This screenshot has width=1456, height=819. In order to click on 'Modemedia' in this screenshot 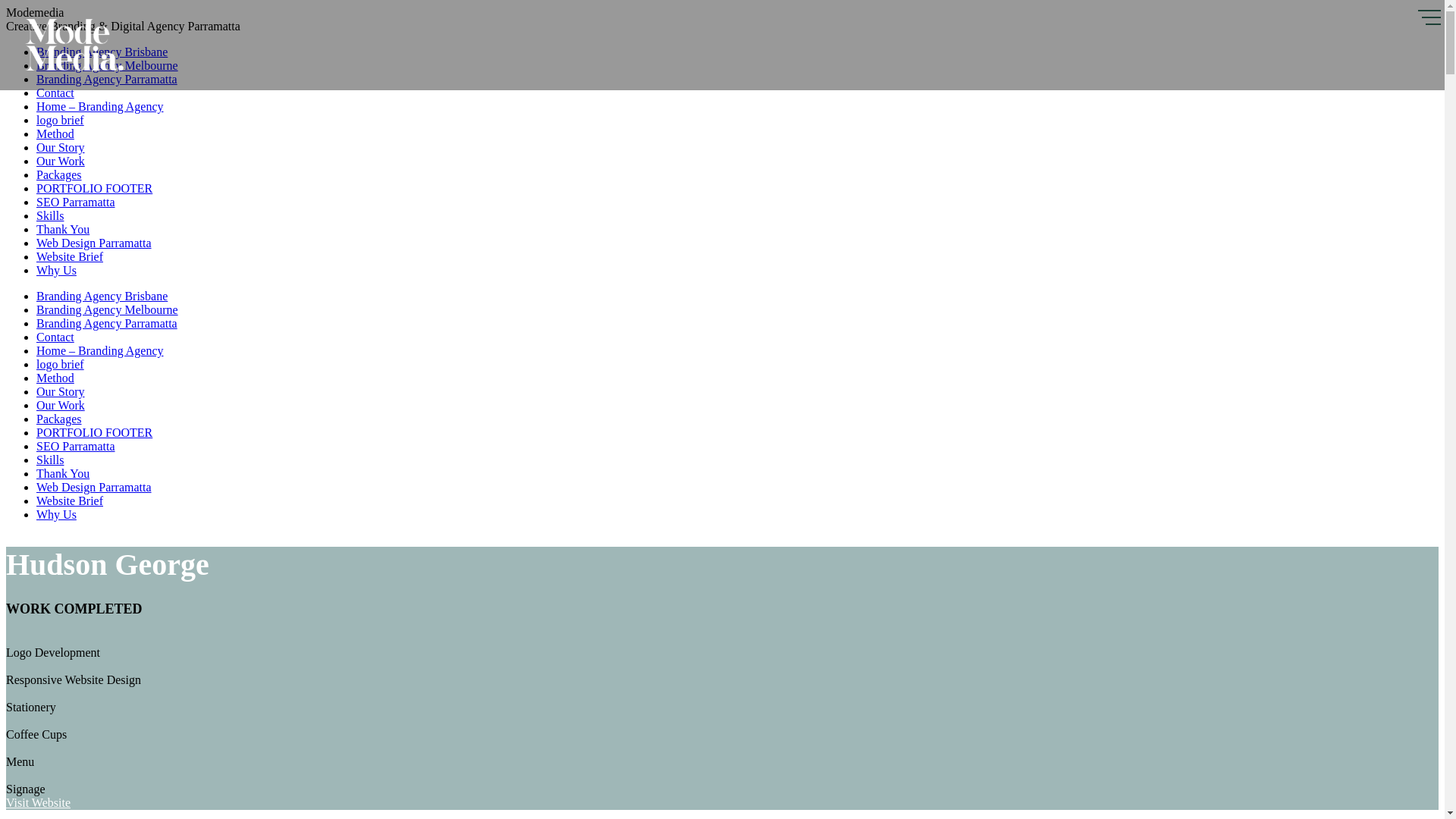, I will do `click(73, 67)`.